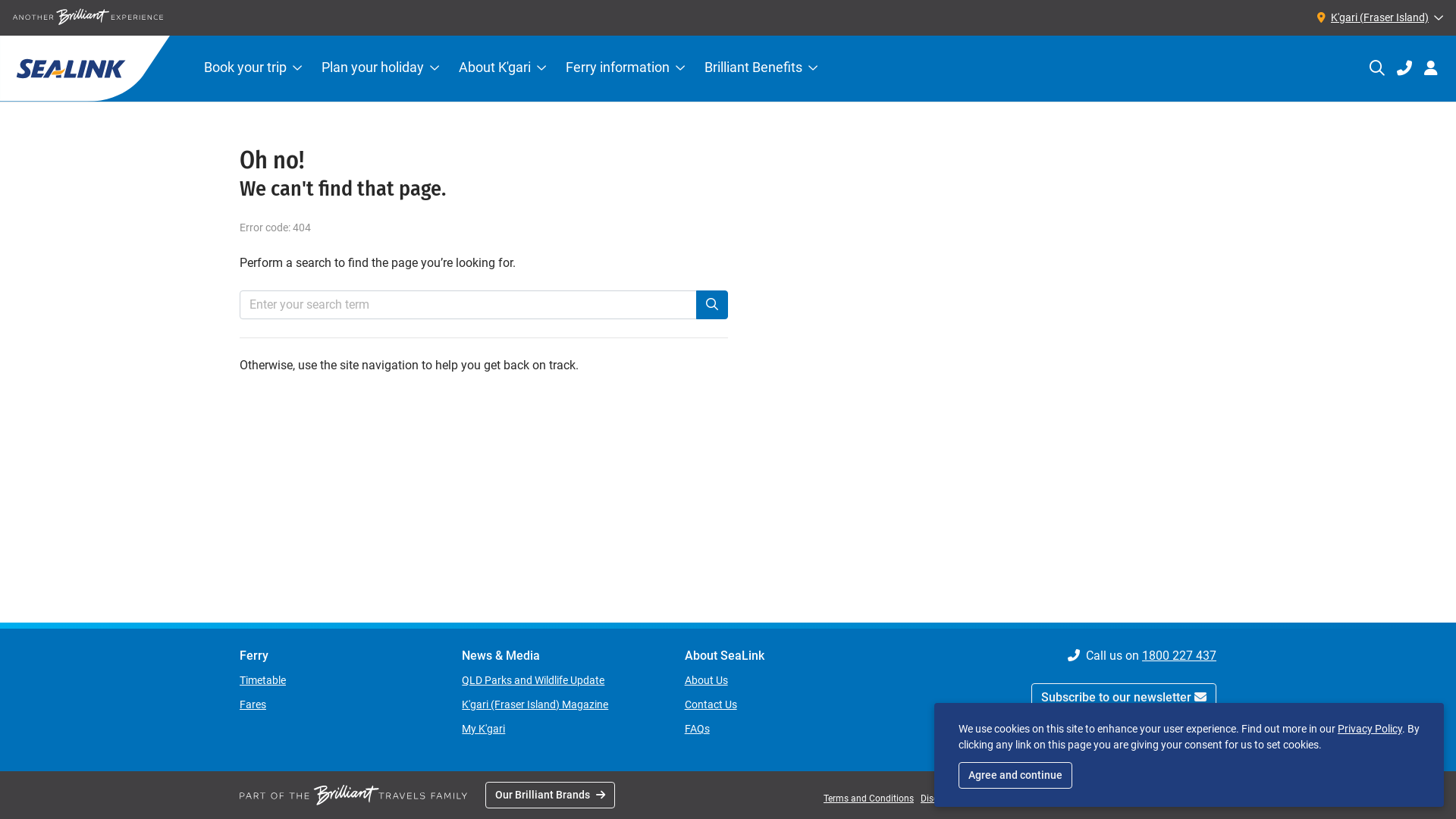 This screenshot has width=1456, height=819. What do you see at coordinates (86, 17) in the screenshot?
I see `'Another Brilliant experience'` at bounding box center [86, 17].